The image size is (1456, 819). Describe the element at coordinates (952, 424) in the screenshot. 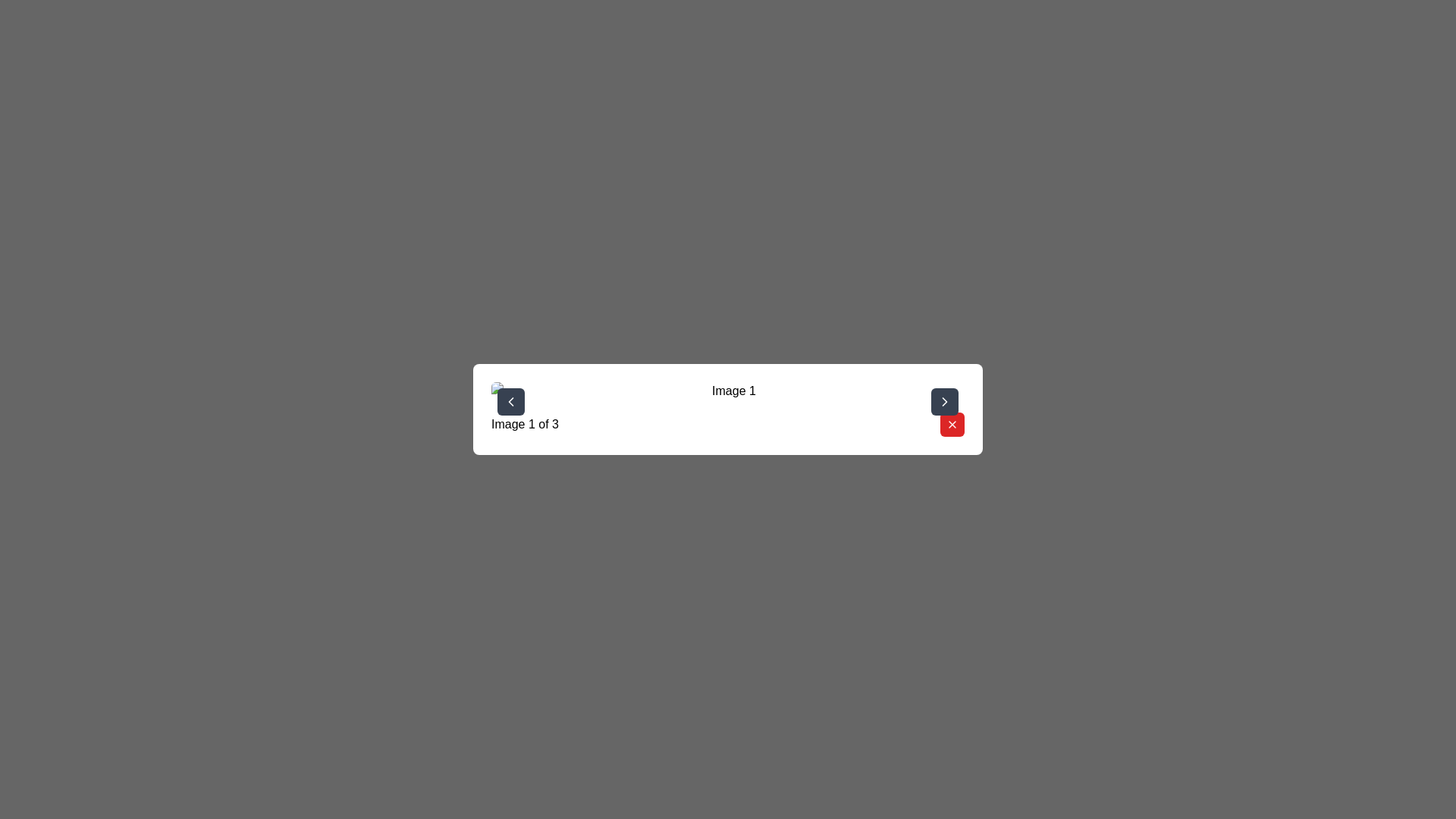

I see `the red square button with a white 'X' symbol in the bottom-right corner` at that location.